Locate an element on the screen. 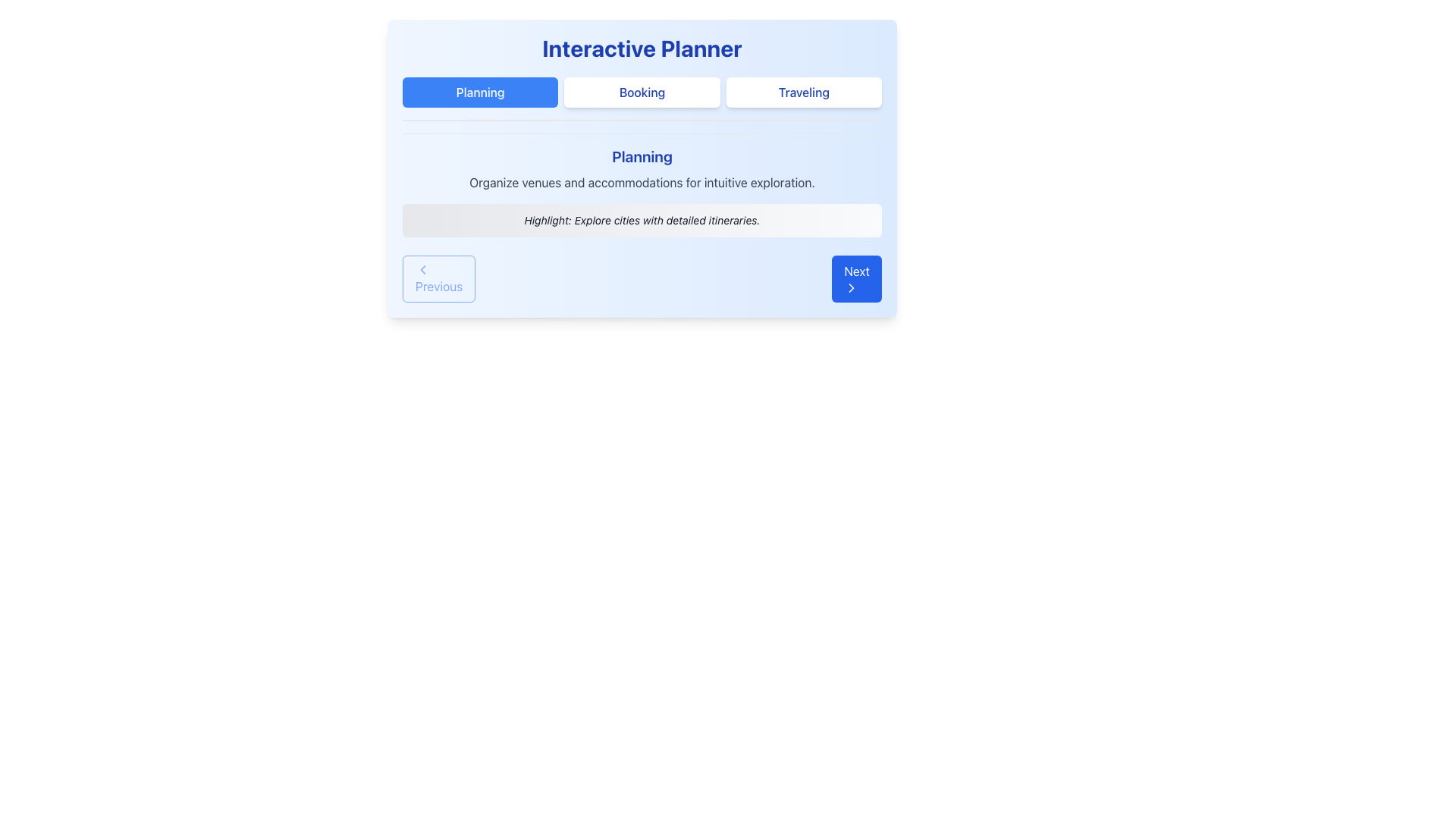  the 'Traveling' button, which is a rectangular button with rounded corners, displaying the text 'Traveling' in blue on a white background, located under the title 'Interactive Planner' is located at coordinates (803, 93).